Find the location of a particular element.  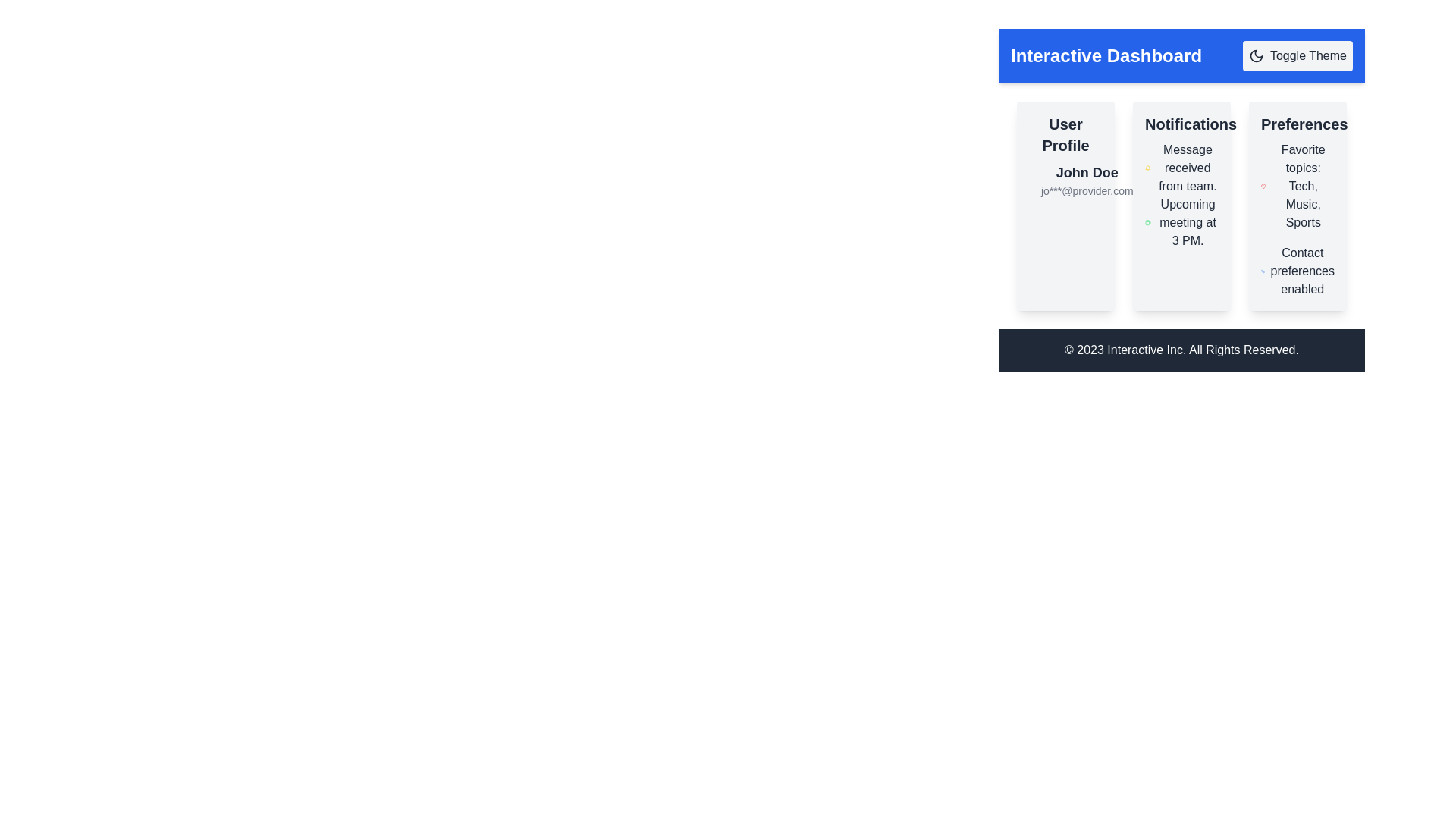

the 'Toggle Theme' text label located at the top-right corner of the interface, next to the moon icon is located at coordinates (1307, 55).